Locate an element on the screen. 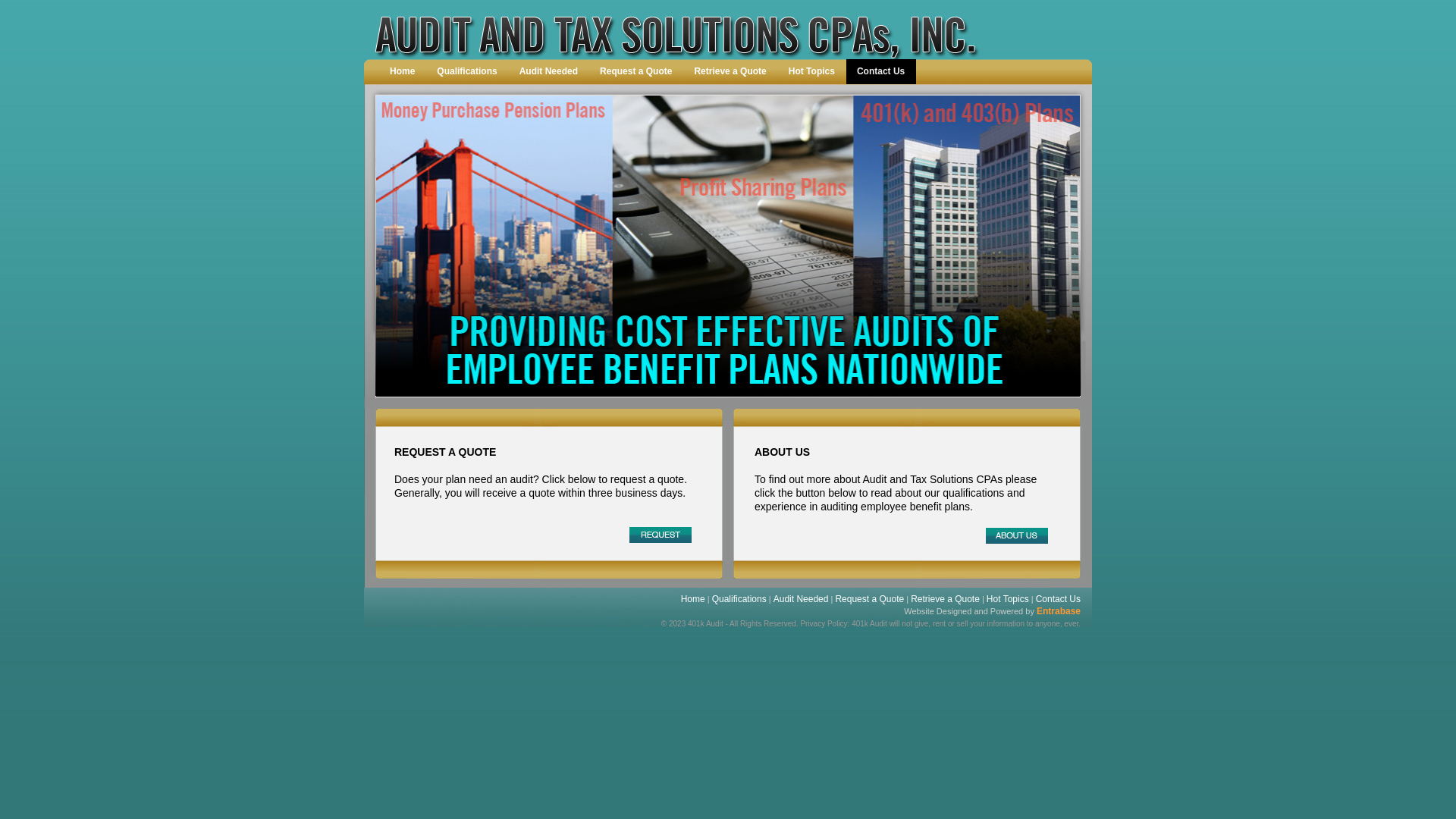 The image size is (1456, 819). 'Retrieve a Quote' is located at coordinates (944, 598).